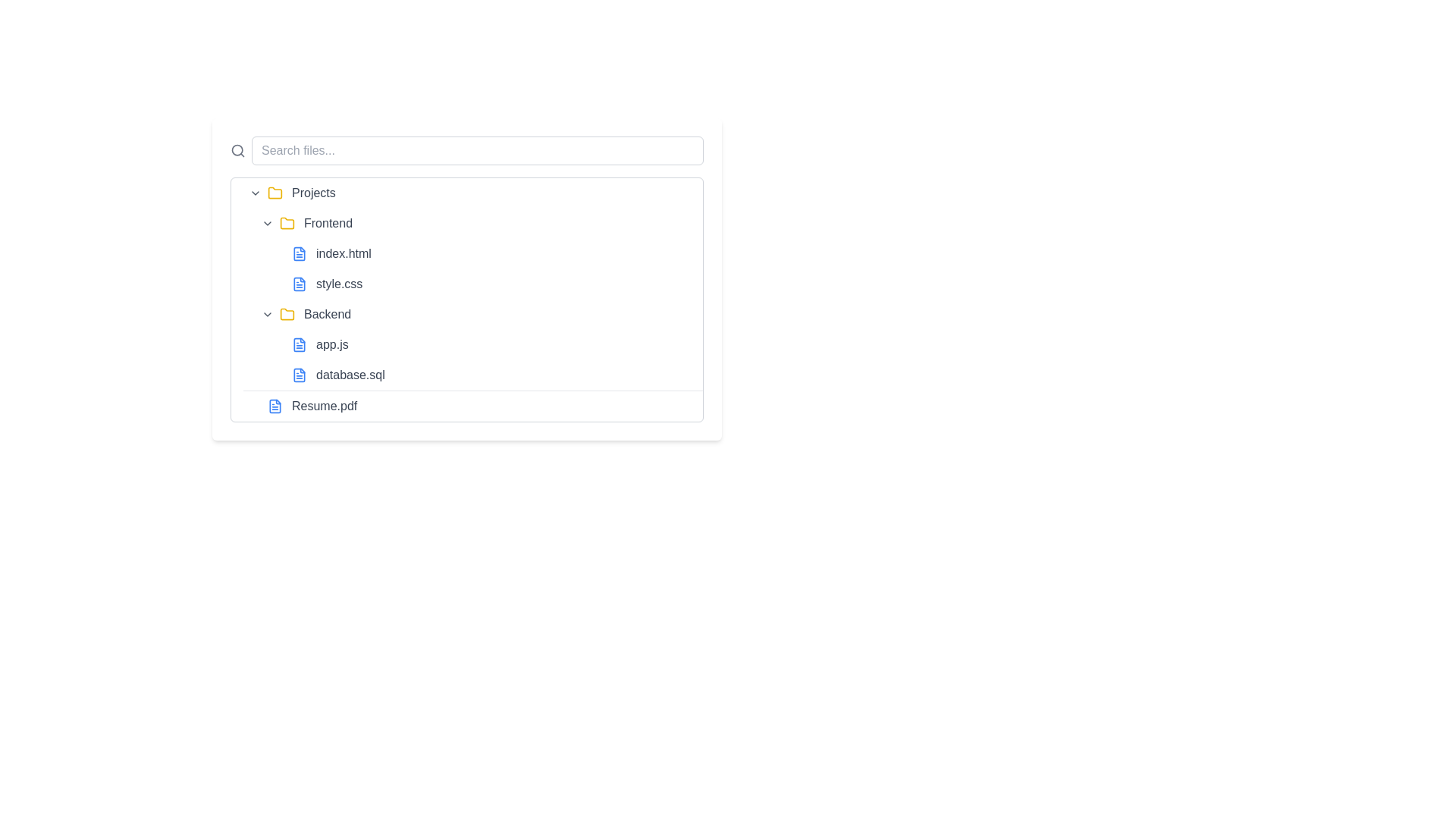 The image size is (1456, 819). What do you see at coordinates (275, 406) in the screenshot?
I see `the file icon, which is a blue rectangular shape with a folded top-right corner, positioned` at bounding box center [275, 406].